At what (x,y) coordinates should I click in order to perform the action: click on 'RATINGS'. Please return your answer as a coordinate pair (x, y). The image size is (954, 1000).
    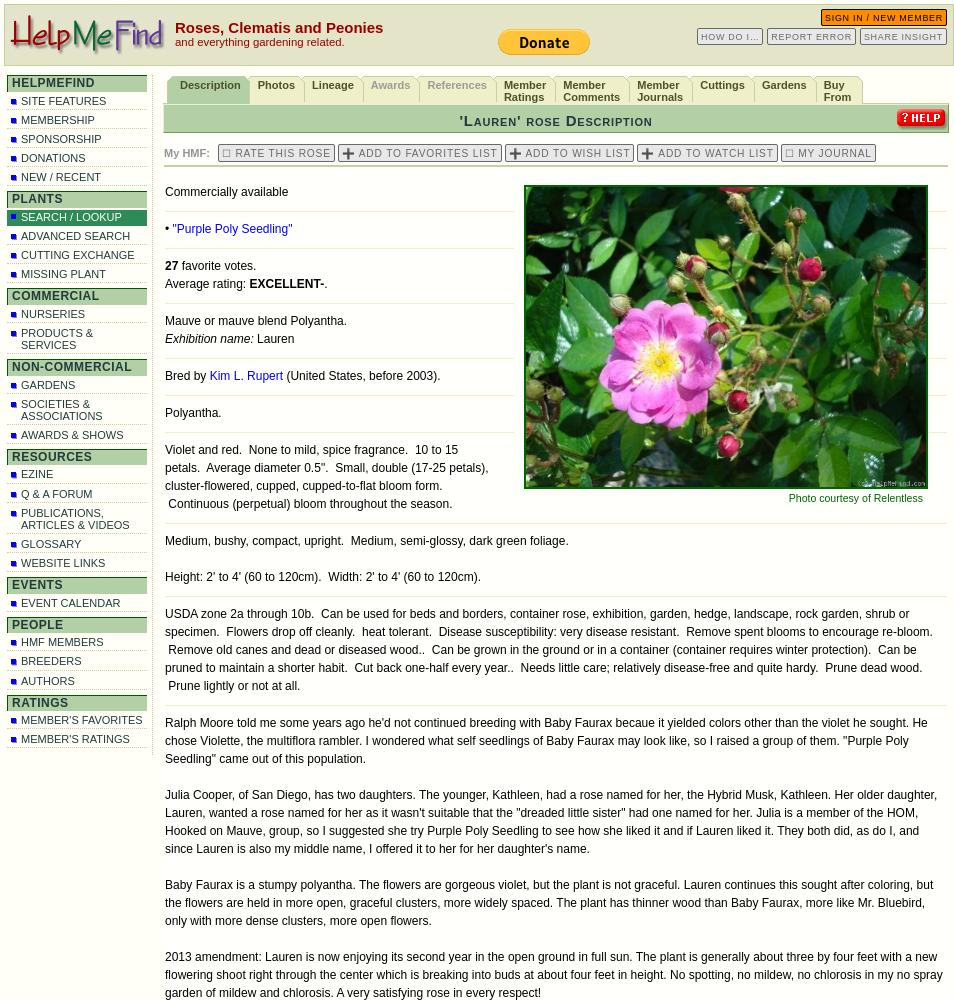
    Looking at the image, I should click on (38, 701).